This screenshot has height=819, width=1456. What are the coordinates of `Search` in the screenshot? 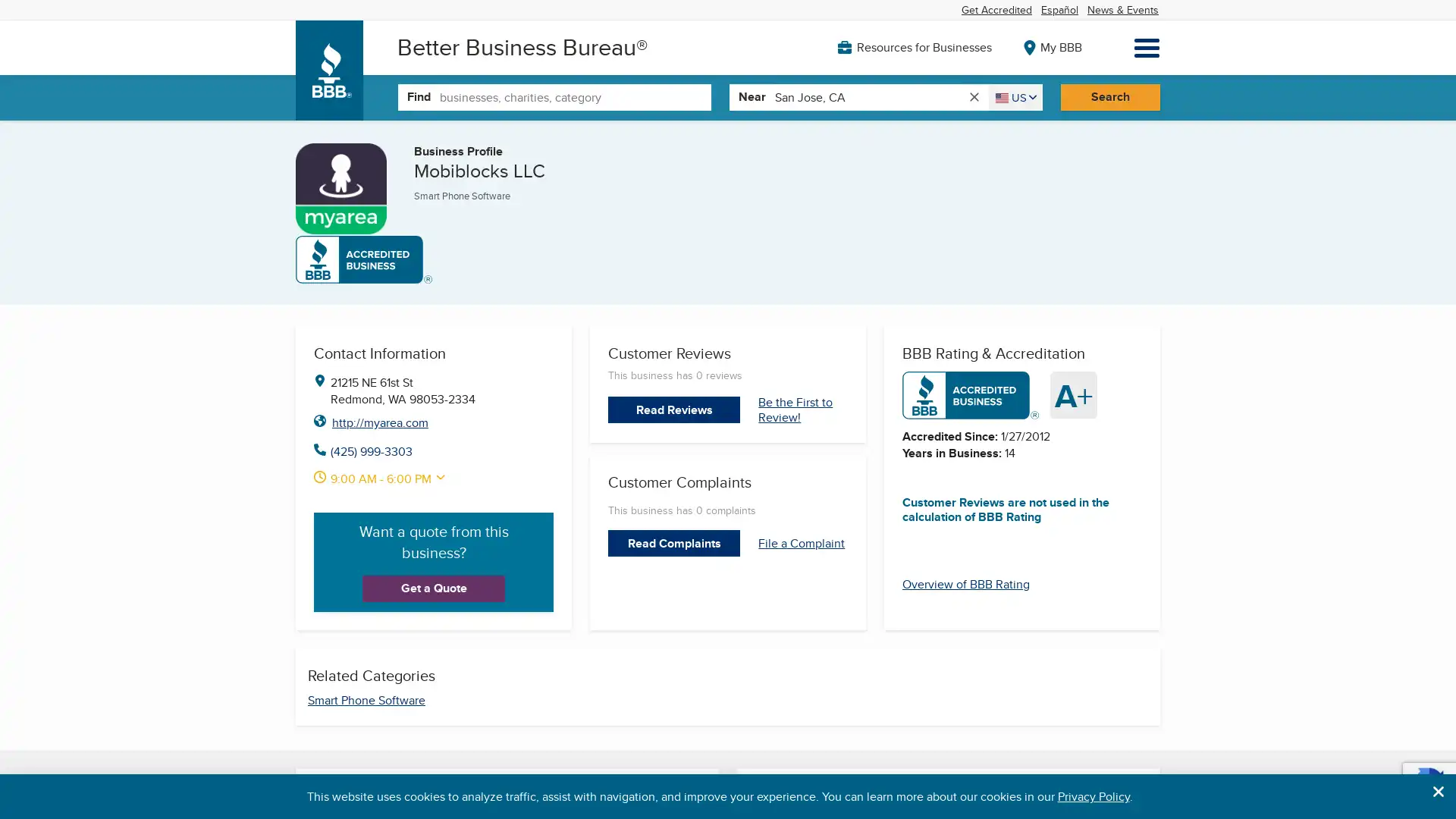 It's located at (1109, 96).